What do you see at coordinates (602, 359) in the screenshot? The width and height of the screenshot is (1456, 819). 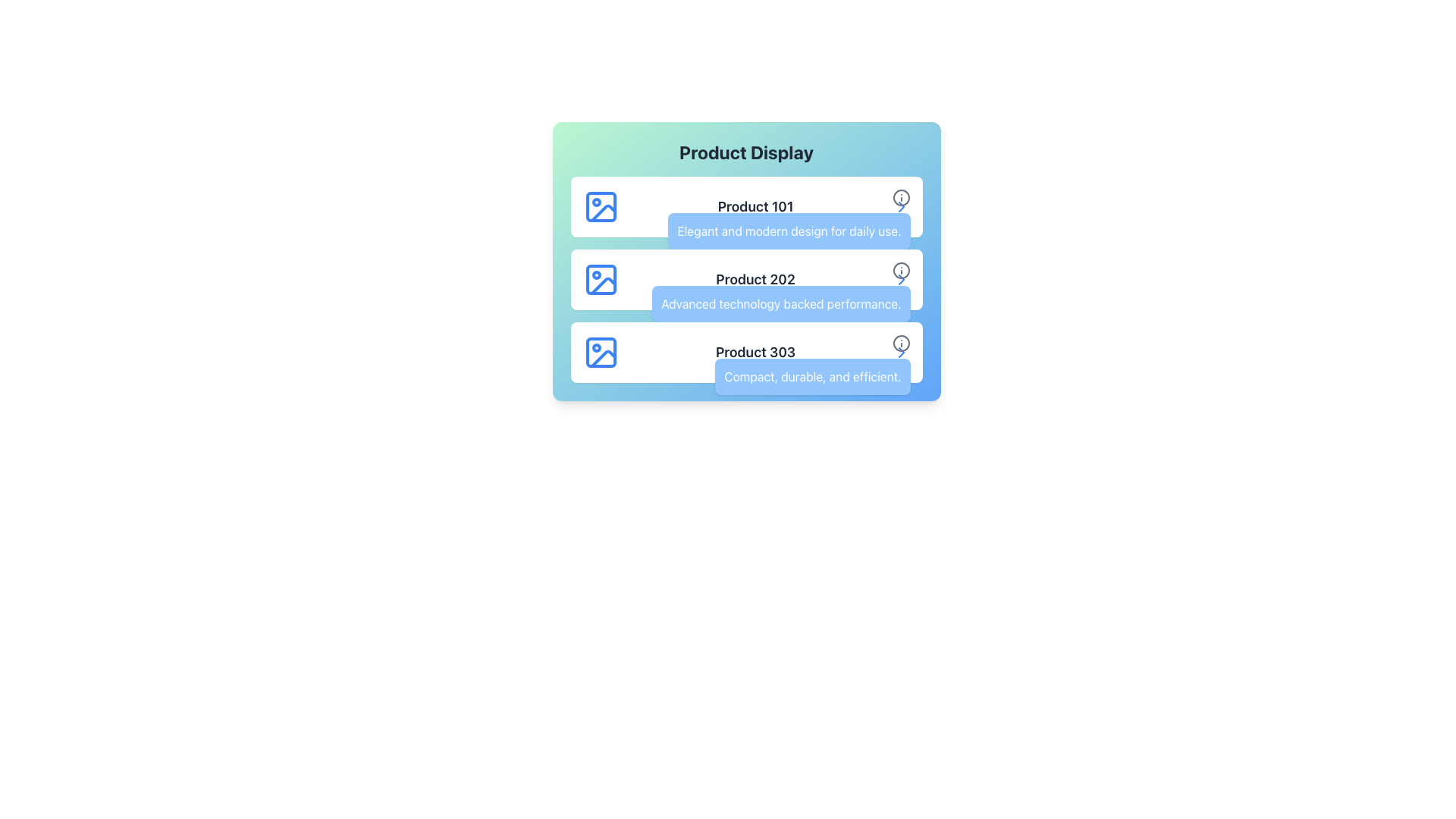 I see `the Decorative icon representing 'Product 303' located in the bottom-left section of the product cell` at bounding box center [602, 359].